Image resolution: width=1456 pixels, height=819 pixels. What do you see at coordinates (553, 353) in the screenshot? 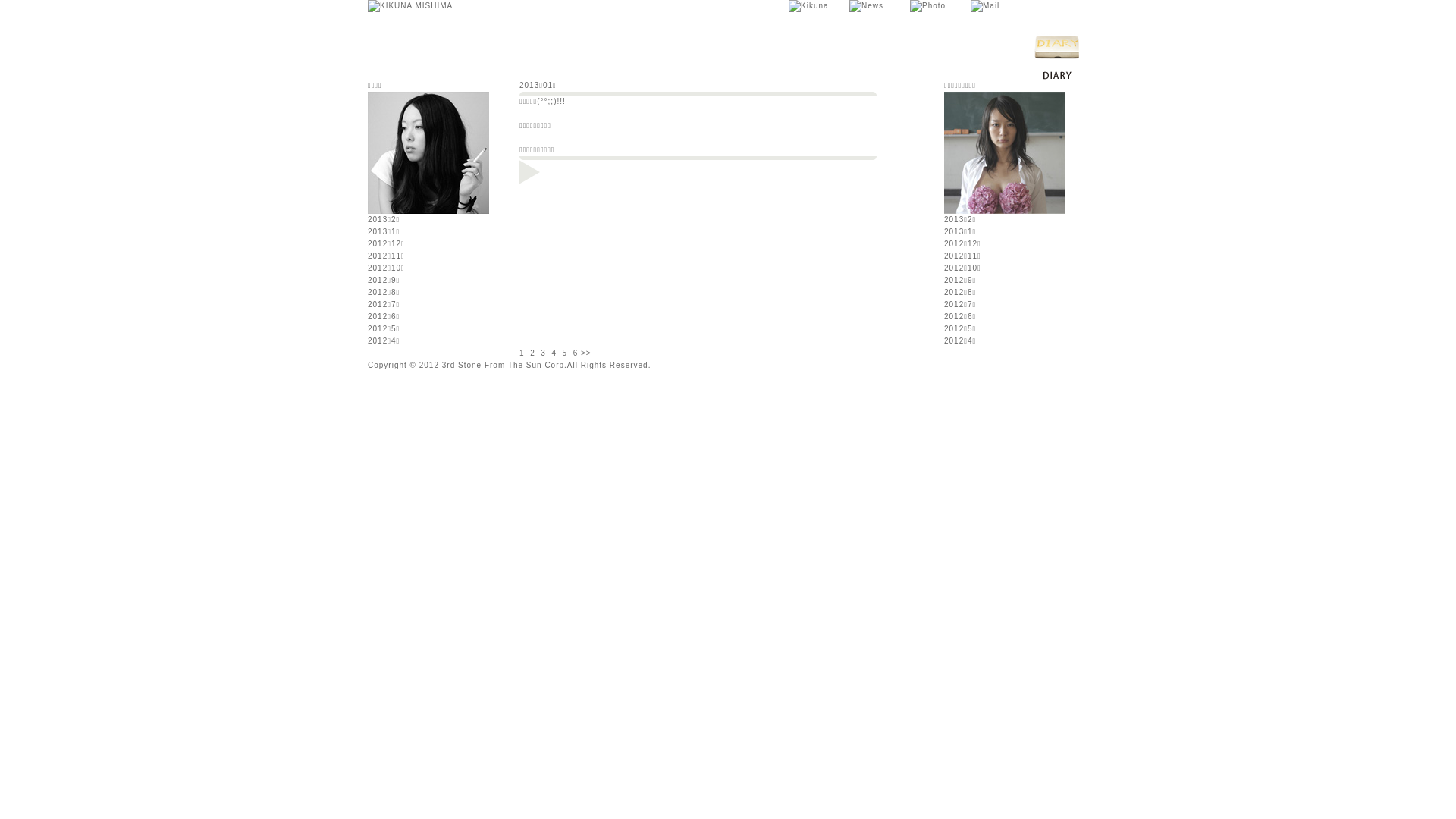
I see `'4'` at bounding box center [553, 353].